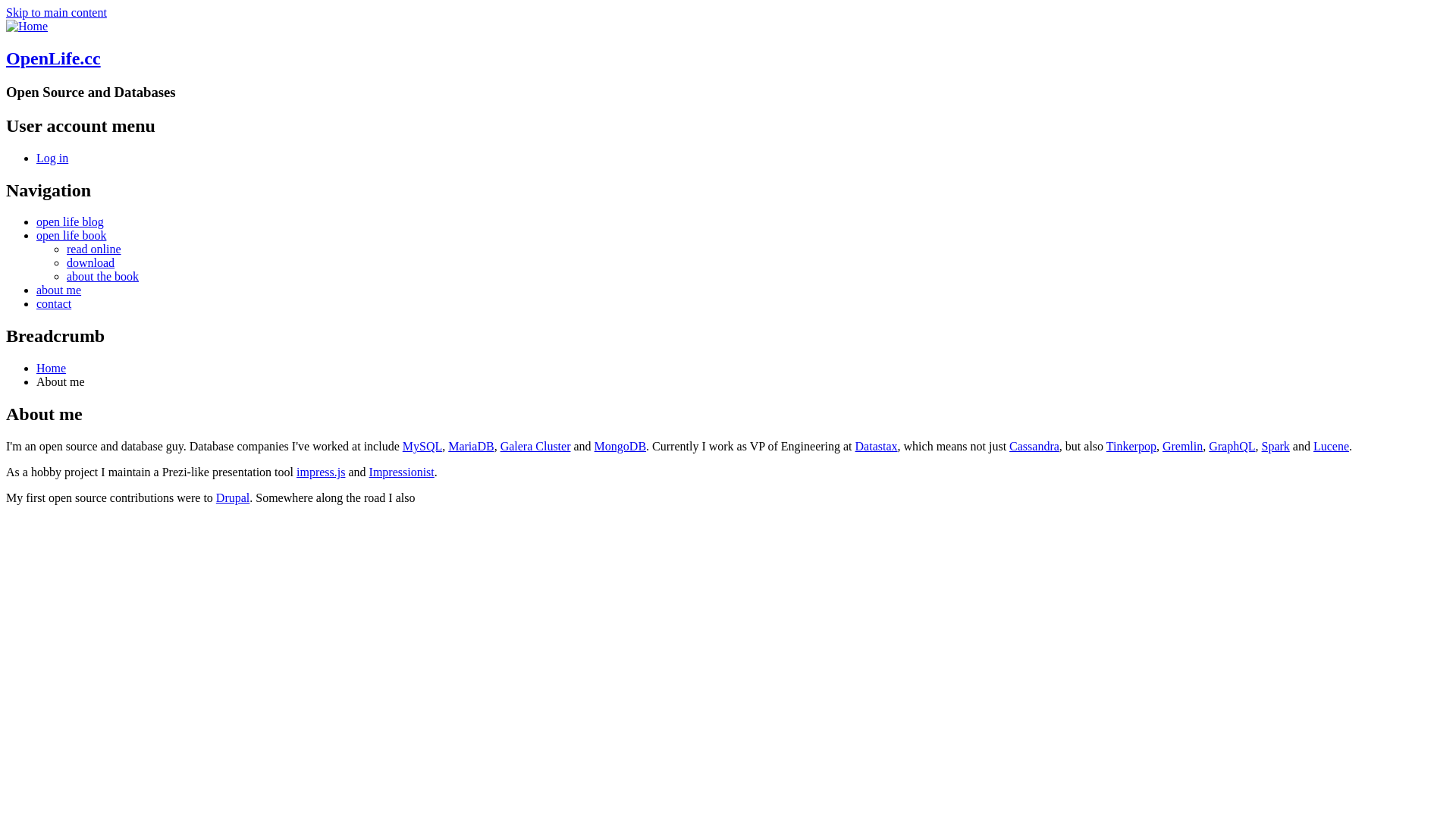 This screenshot has height=819, width=1456. Describe the element at coordinates (401, 471) in the screenshot. I see `'Impressionist'` at that location.